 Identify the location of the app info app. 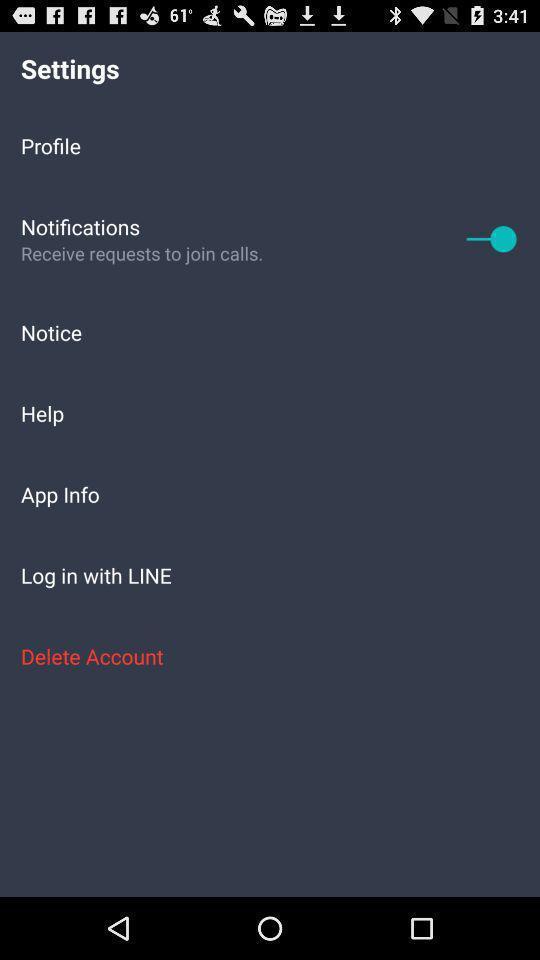
(270, 493).